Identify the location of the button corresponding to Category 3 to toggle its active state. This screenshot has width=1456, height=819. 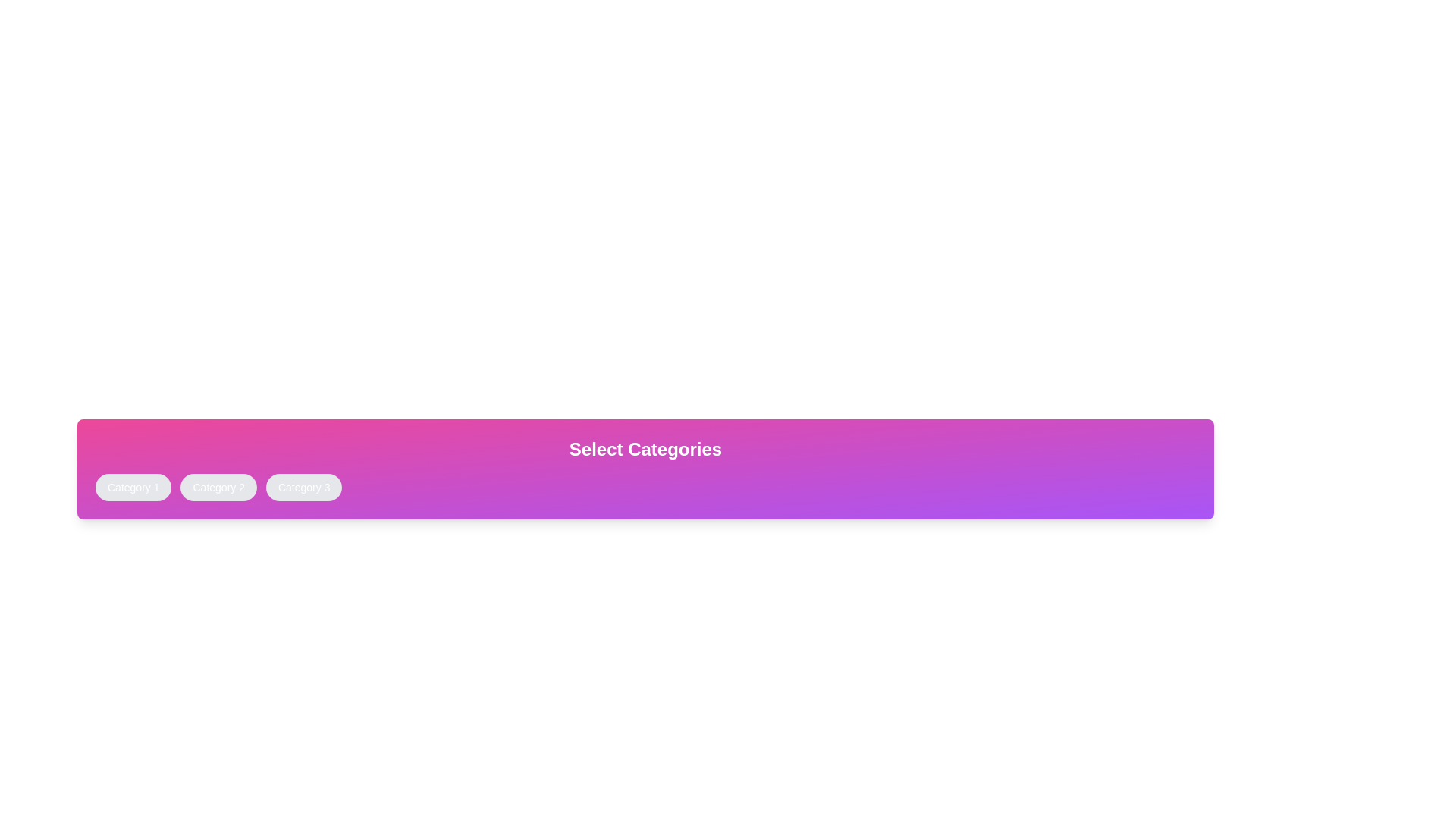
(303, 488).